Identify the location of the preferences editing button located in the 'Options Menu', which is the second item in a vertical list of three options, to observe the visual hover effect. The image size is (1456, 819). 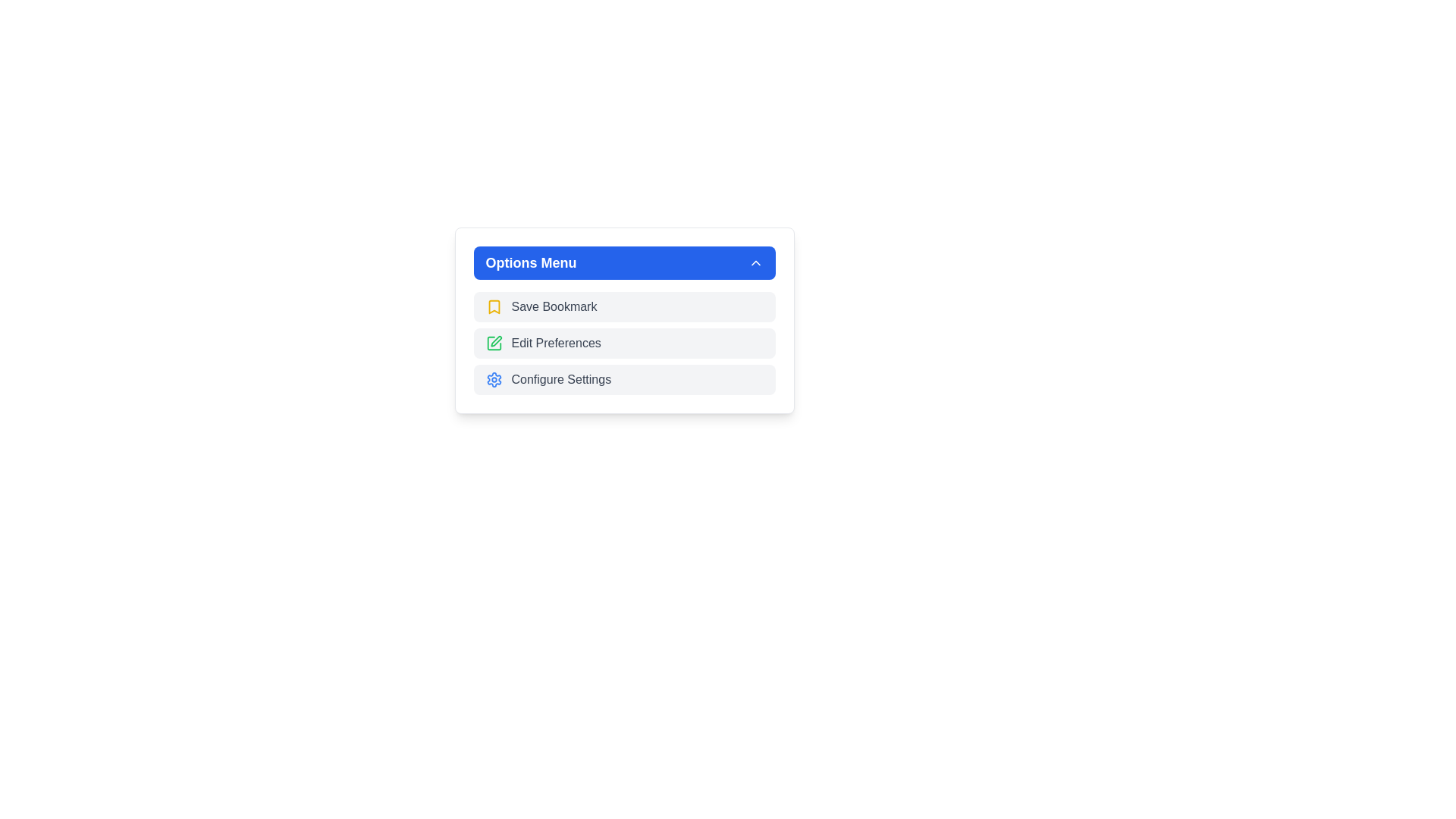
(624, 343).